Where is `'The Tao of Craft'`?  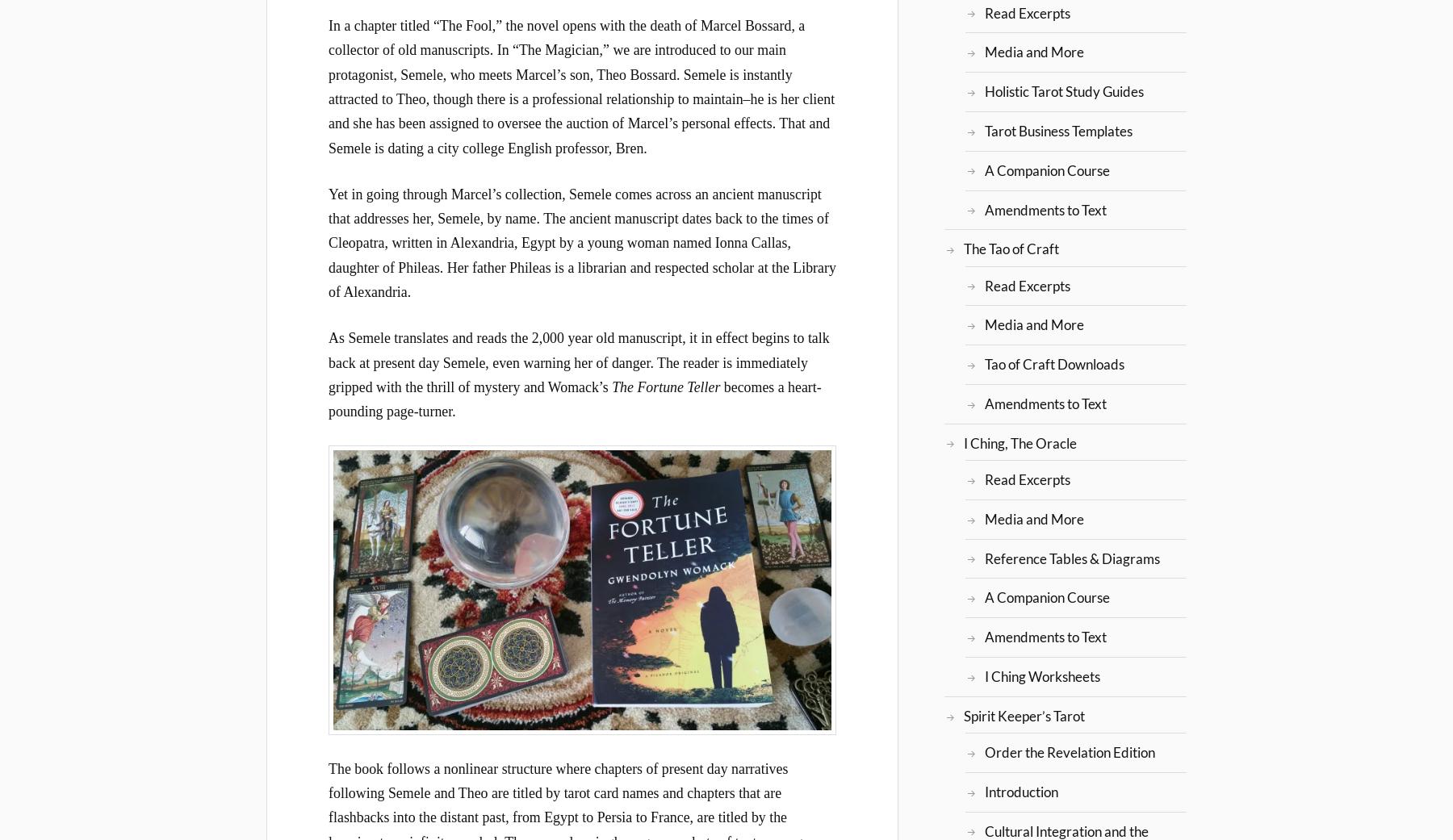
'The Tao of Craft' is located at coordinates (1011, 248).